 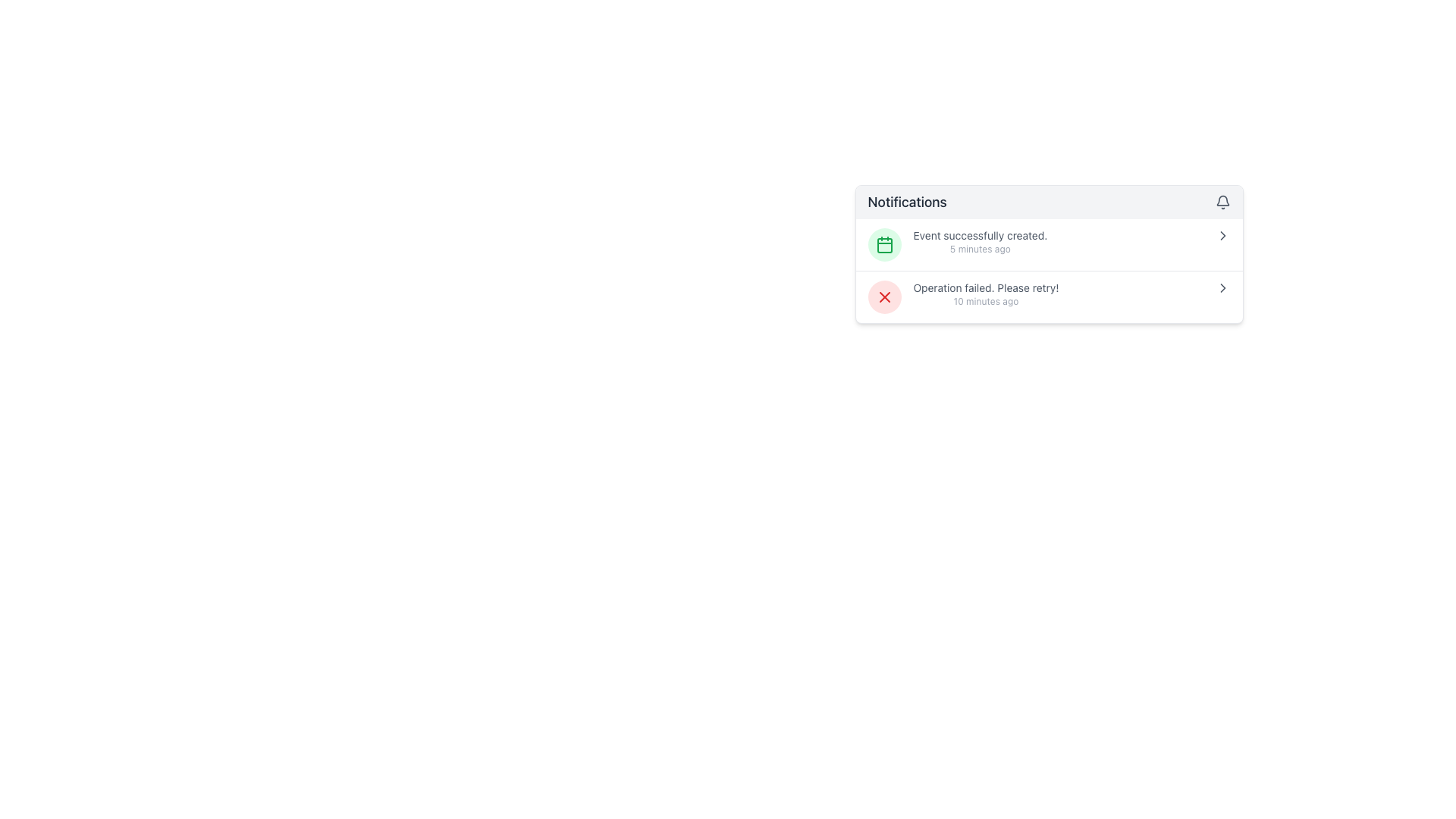 I want to click on the notification settings button located at the far-right end of the header bar, so click(x=1222, y=201).